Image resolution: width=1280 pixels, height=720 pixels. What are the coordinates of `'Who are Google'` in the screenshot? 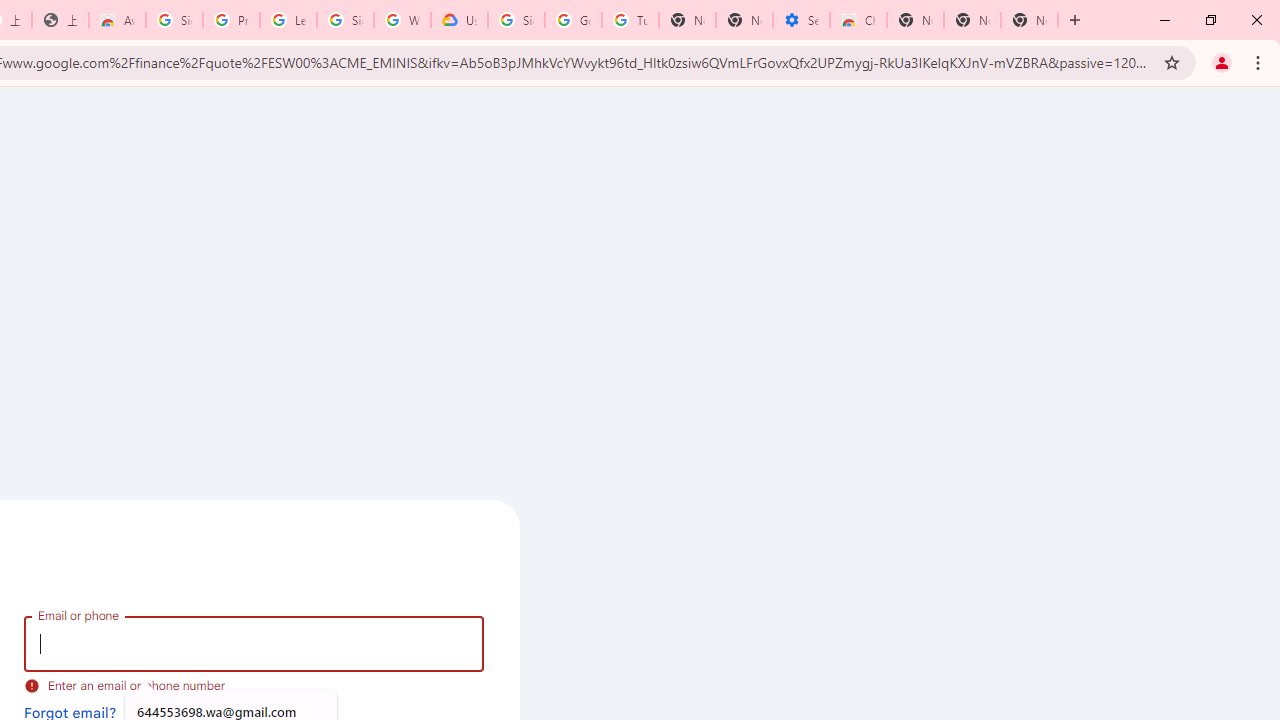 It's located at (401, 20).